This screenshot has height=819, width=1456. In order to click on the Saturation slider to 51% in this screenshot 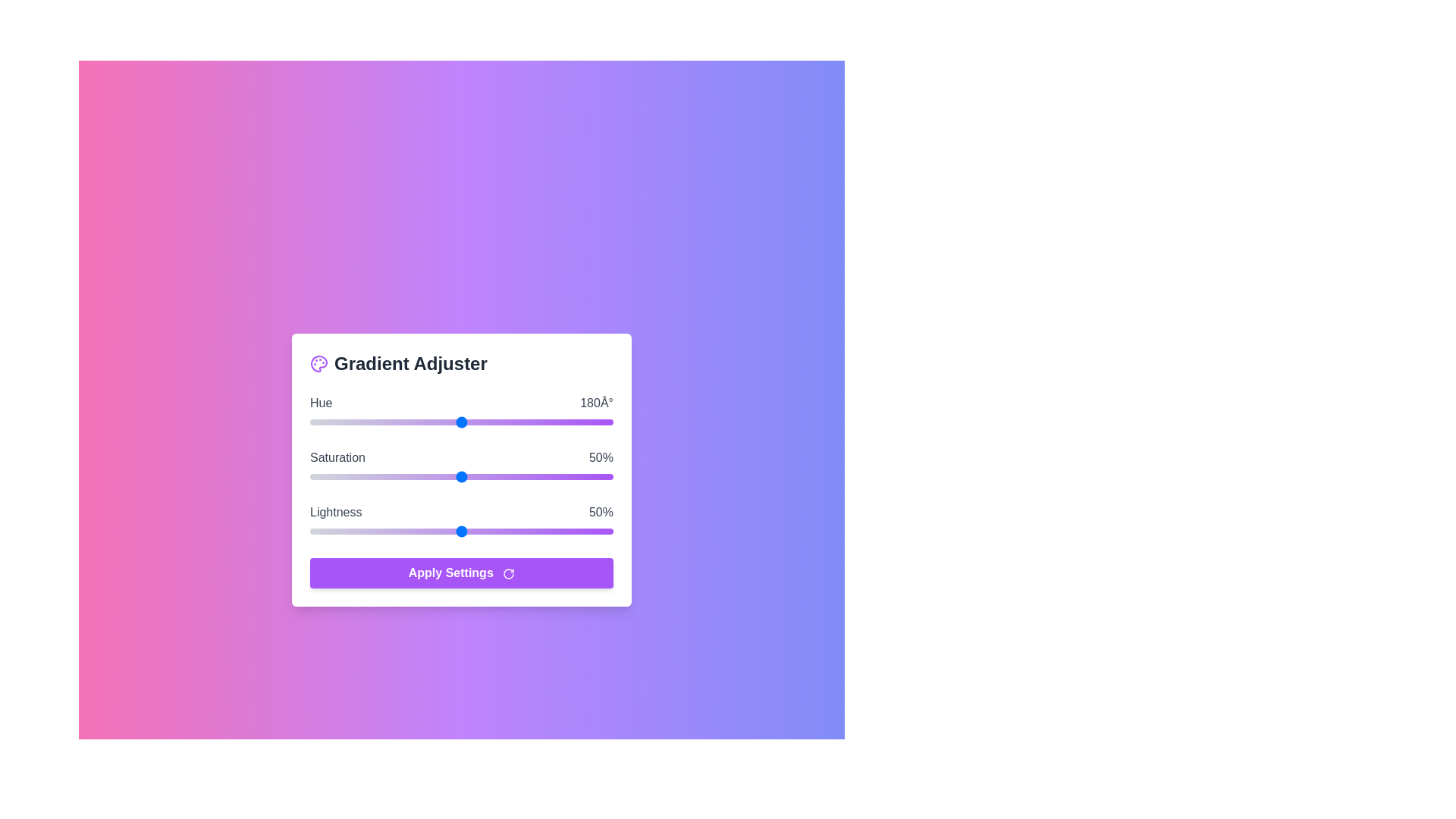, I will do `click(464, 475)`.